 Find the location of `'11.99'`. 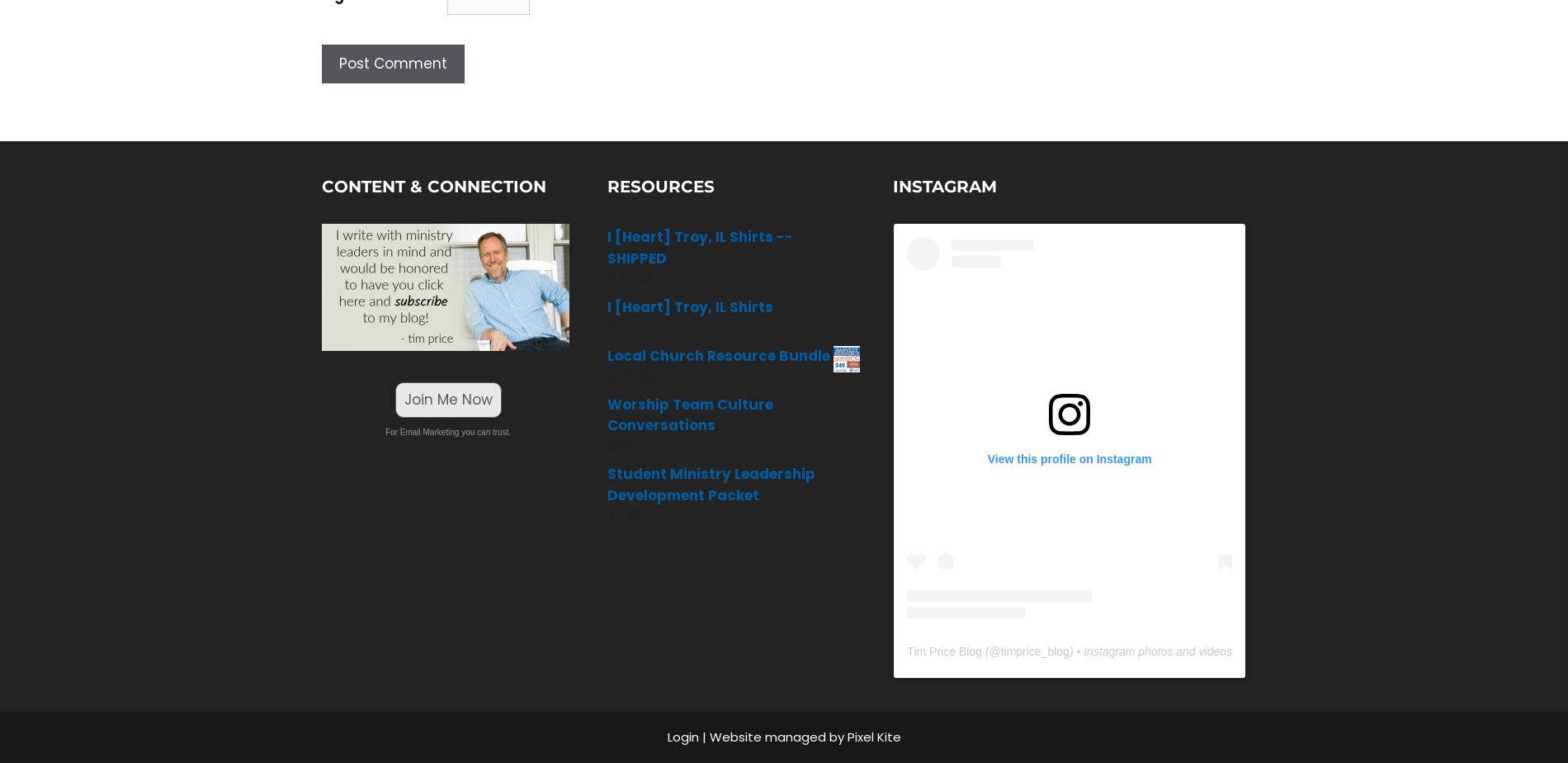

'11.99' is located at coordinates (630, 515).